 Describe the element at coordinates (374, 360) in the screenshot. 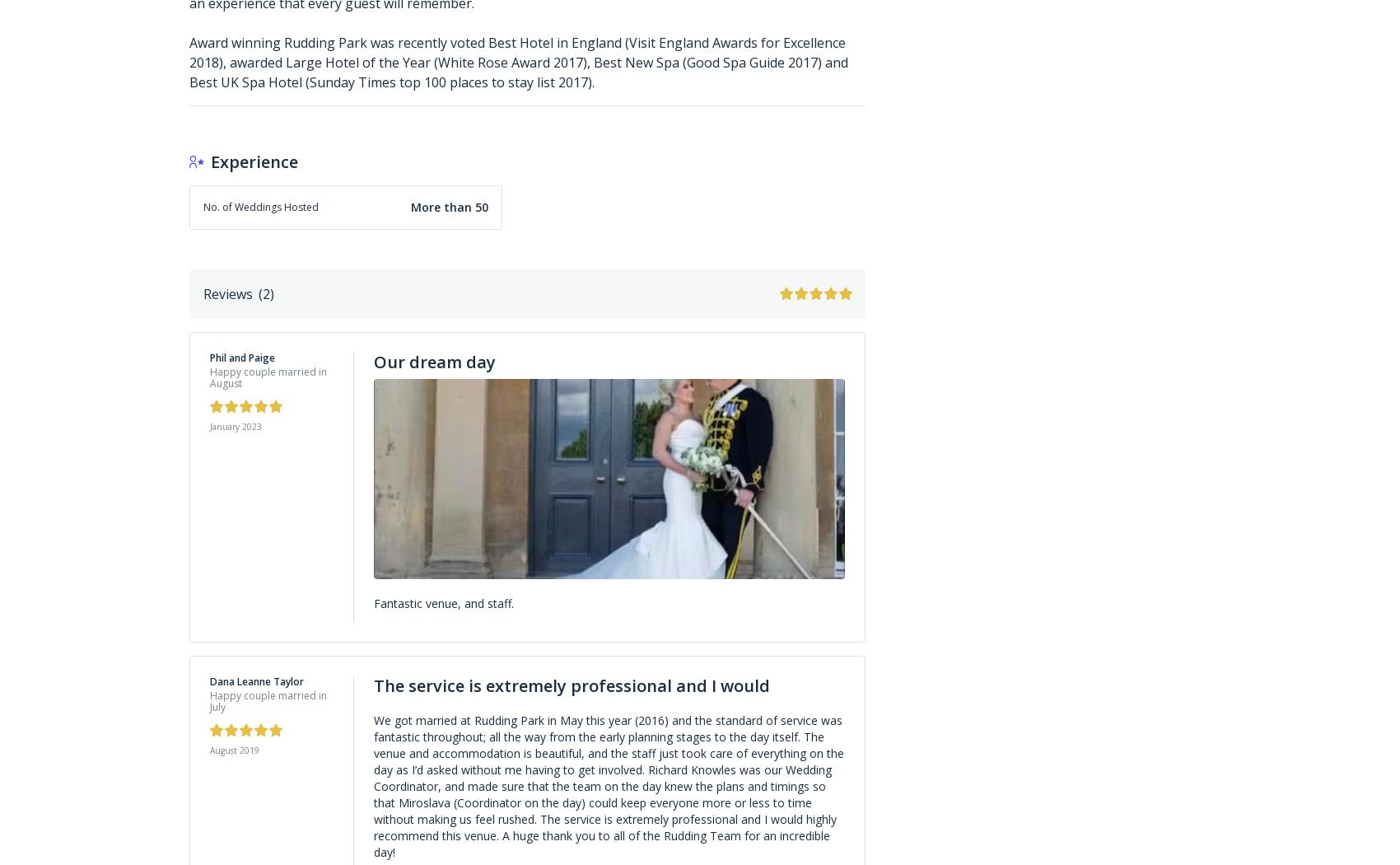

I see `'Our dream day'` at that location.